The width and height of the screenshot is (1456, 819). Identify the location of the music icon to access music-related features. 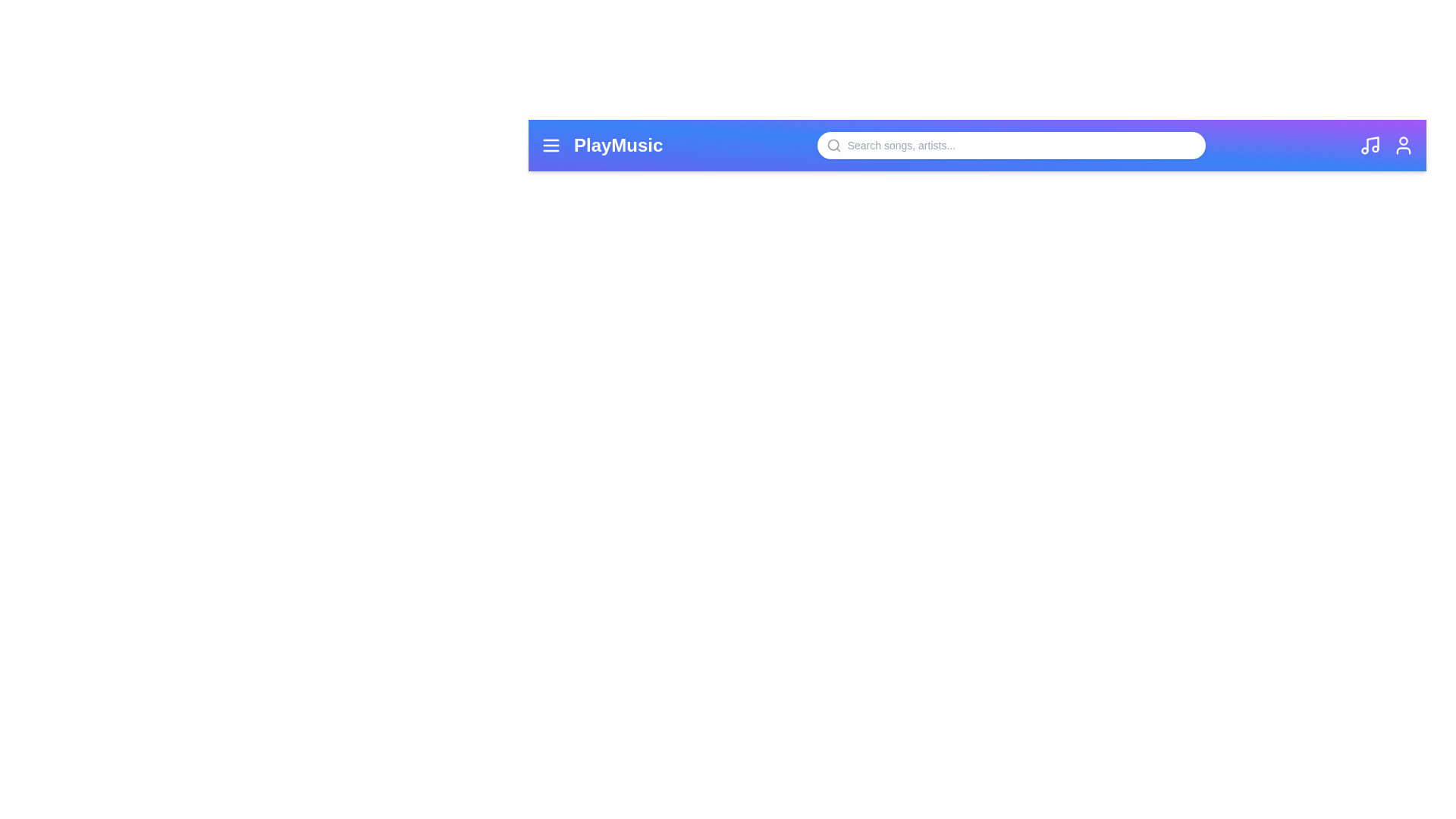
(1370, 146).